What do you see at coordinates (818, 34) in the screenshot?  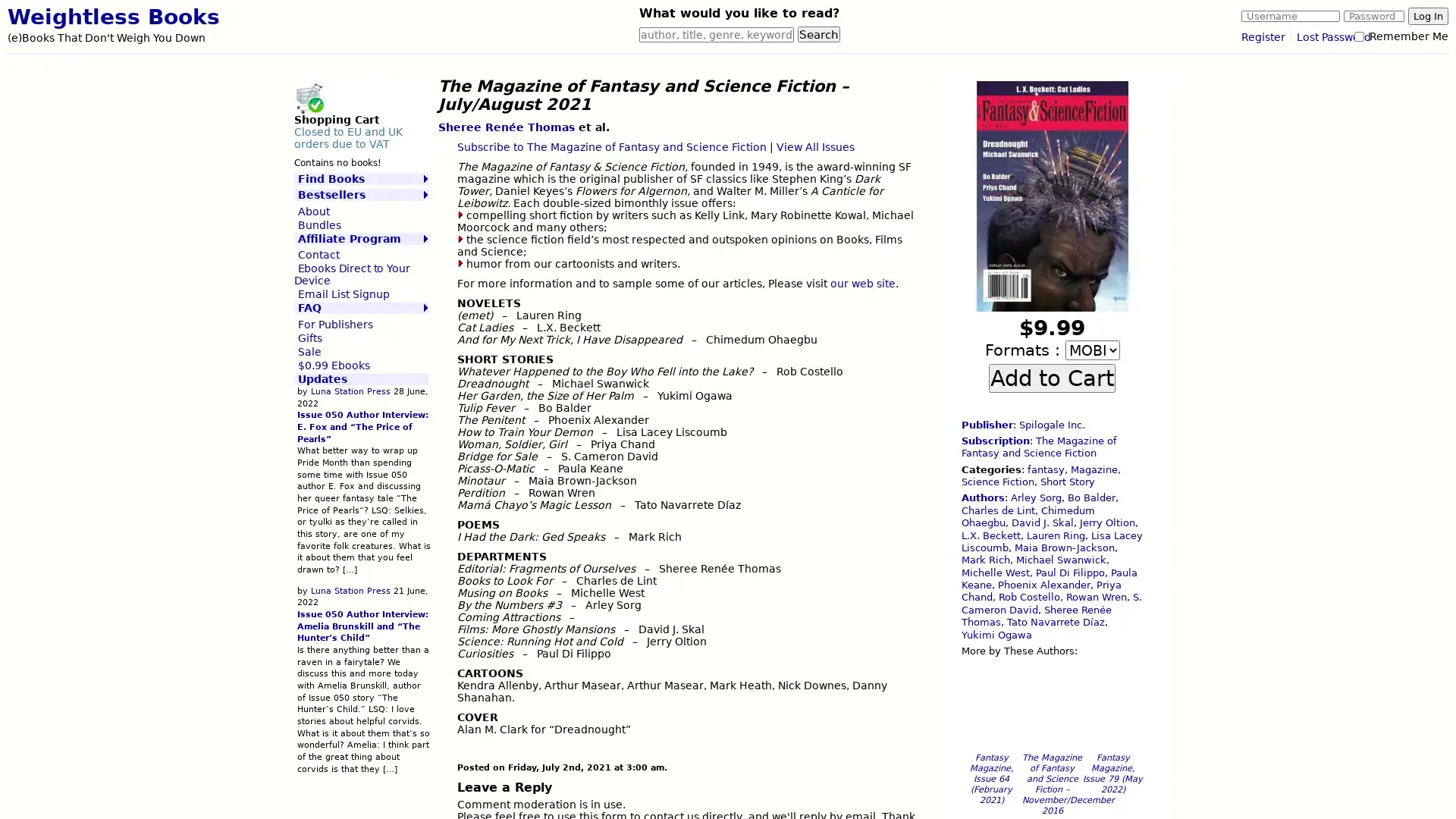 I see `Search` at bounding box center [818, 34].